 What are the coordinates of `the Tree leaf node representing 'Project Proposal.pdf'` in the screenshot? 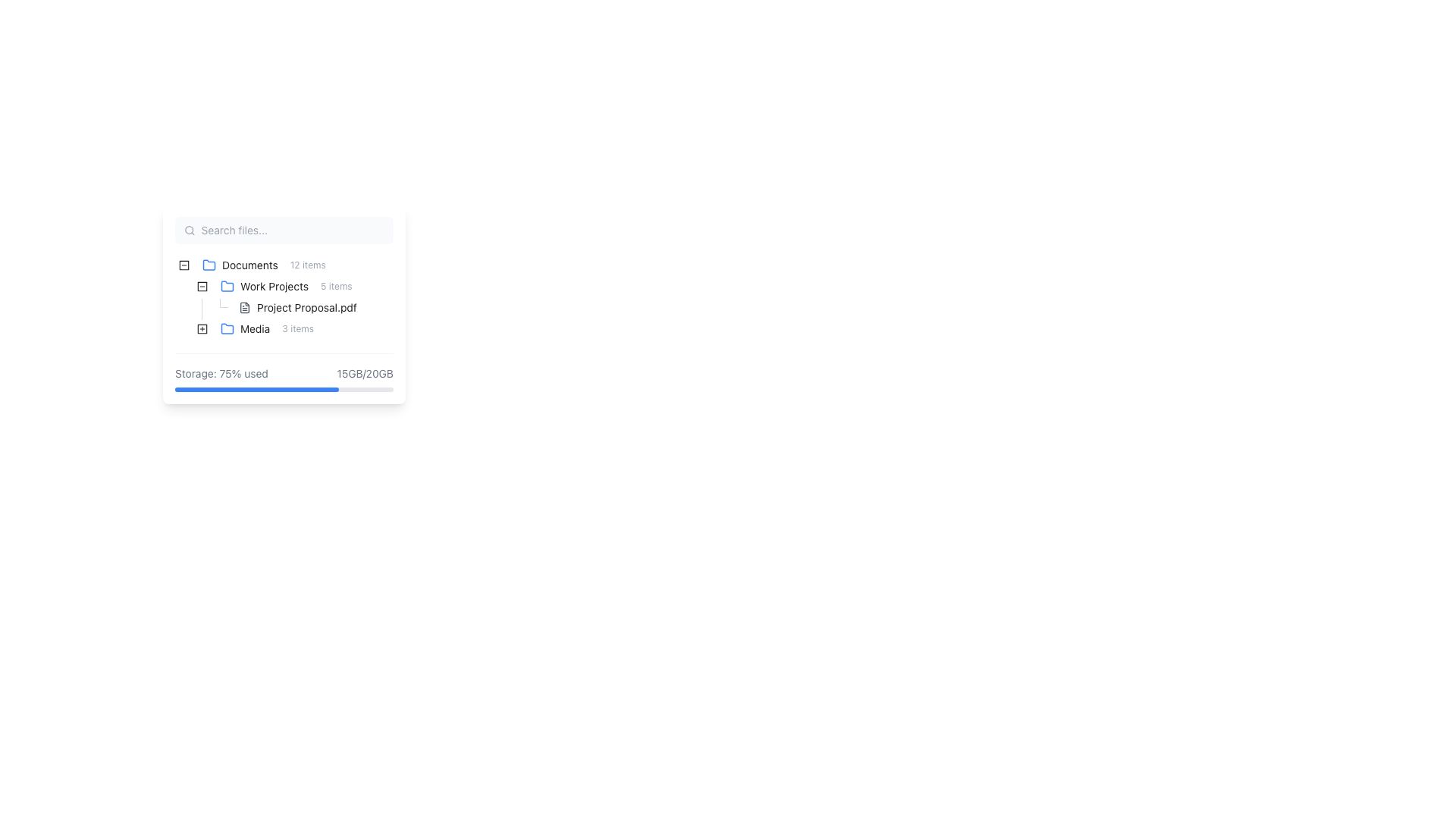 It's located at (275, 307).